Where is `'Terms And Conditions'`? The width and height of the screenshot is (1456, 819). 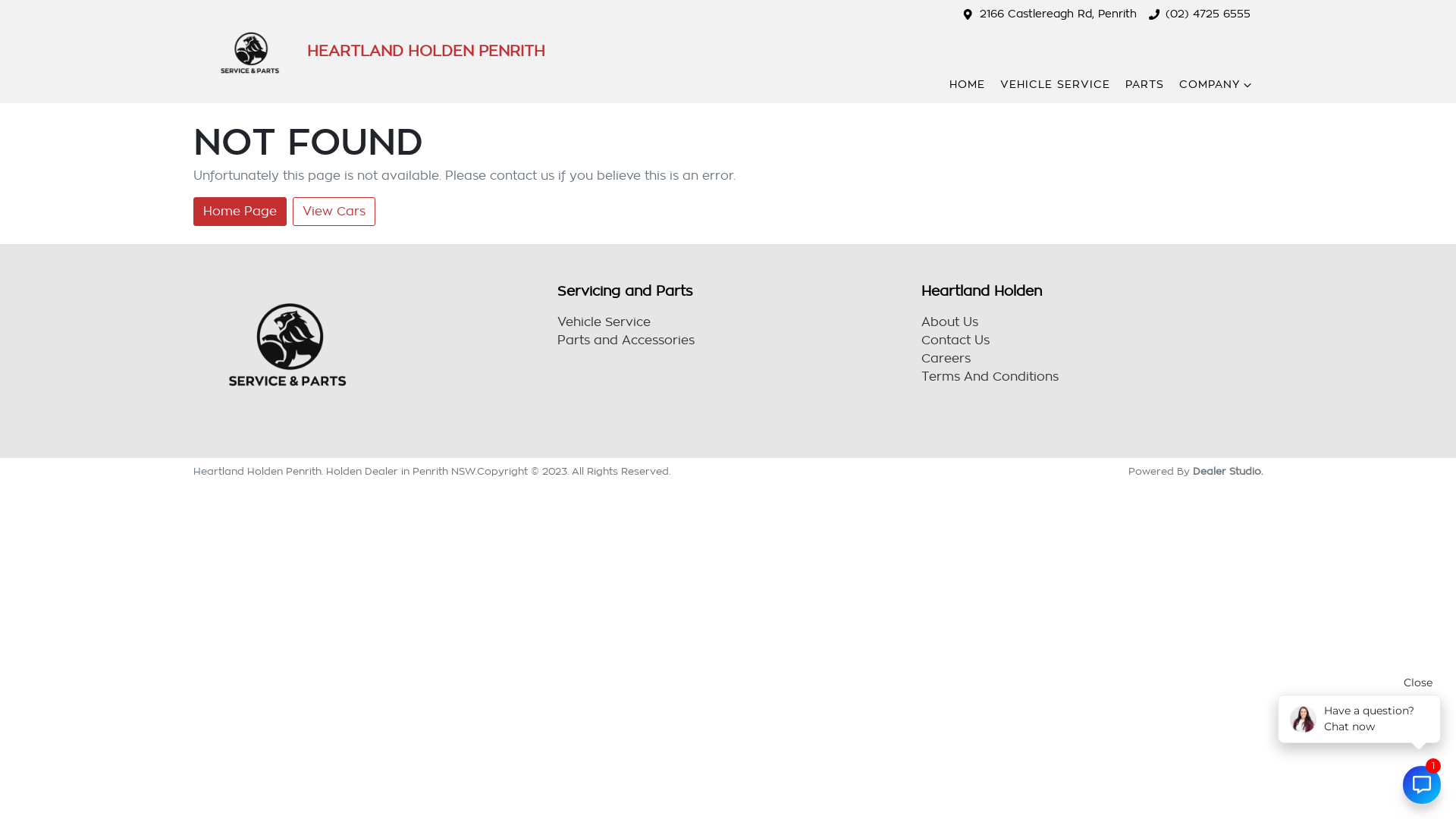
'Terms And Conditions' is located at coordinates (990, 376).